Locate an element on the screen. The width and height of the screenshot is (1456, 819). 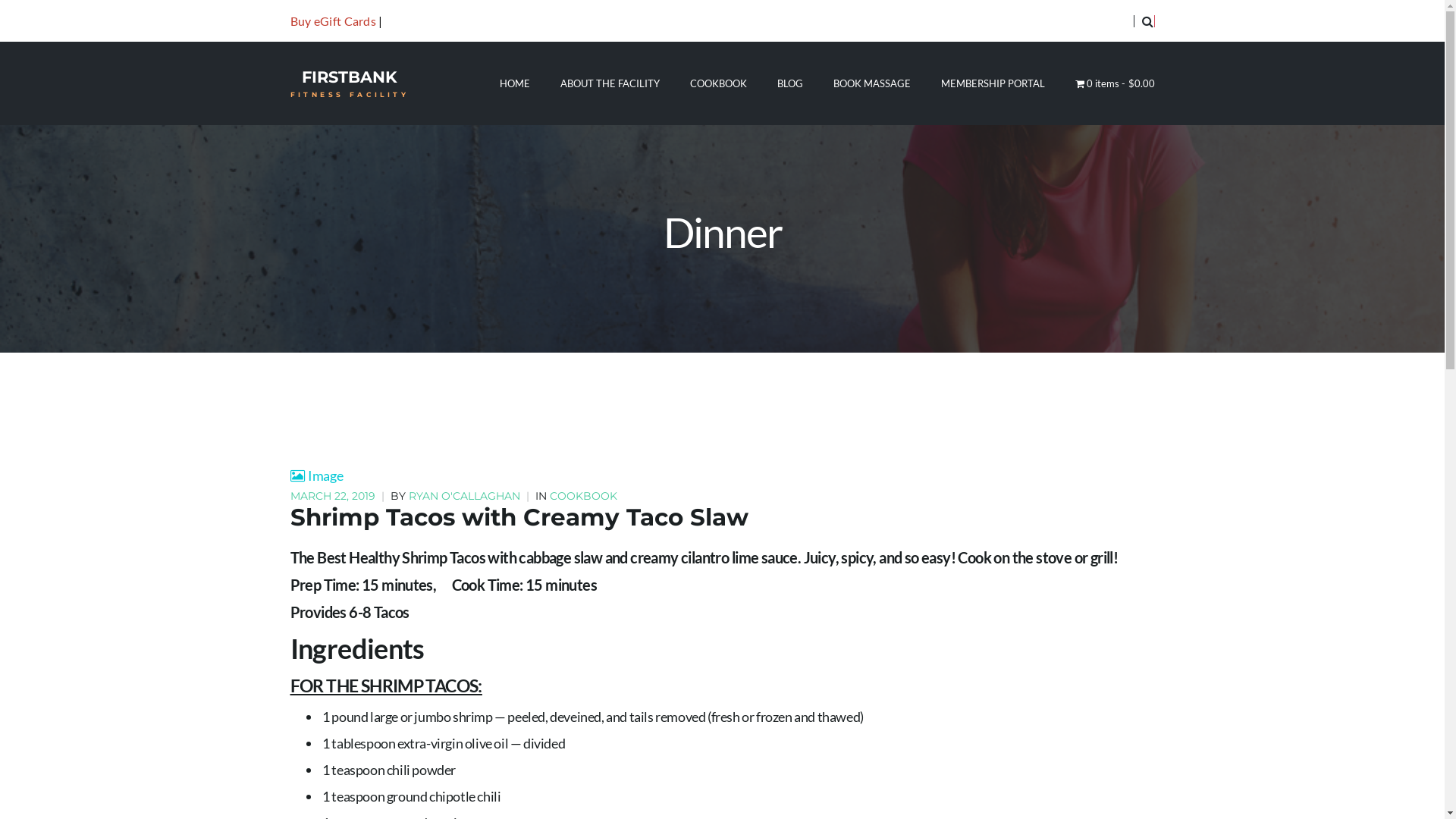
'FIRSTBANK is located at coordinates (348, 83).